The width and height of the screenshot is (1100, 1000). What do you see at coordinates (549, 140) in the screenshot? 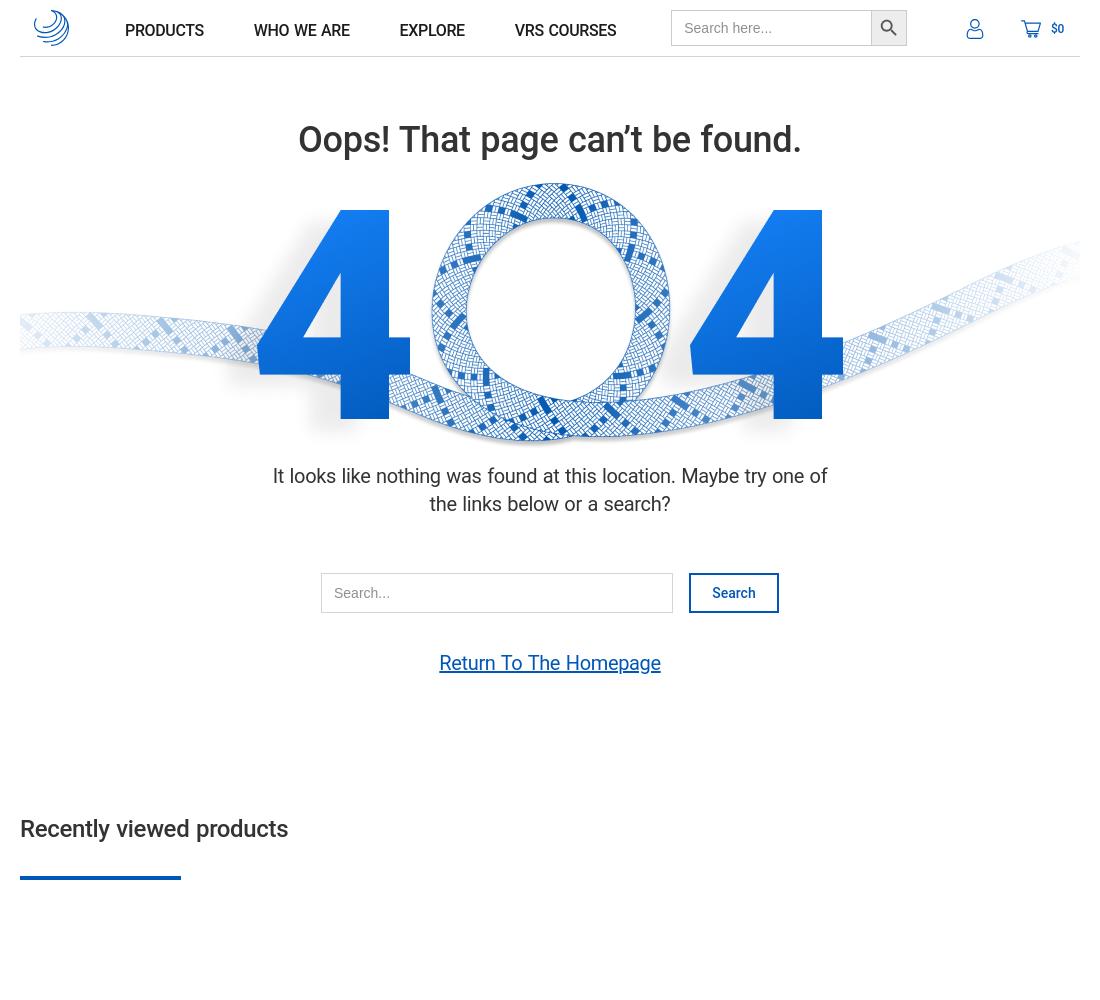
I see `'Oops! That page can’t be found.'` at bounding box center [549, 140].